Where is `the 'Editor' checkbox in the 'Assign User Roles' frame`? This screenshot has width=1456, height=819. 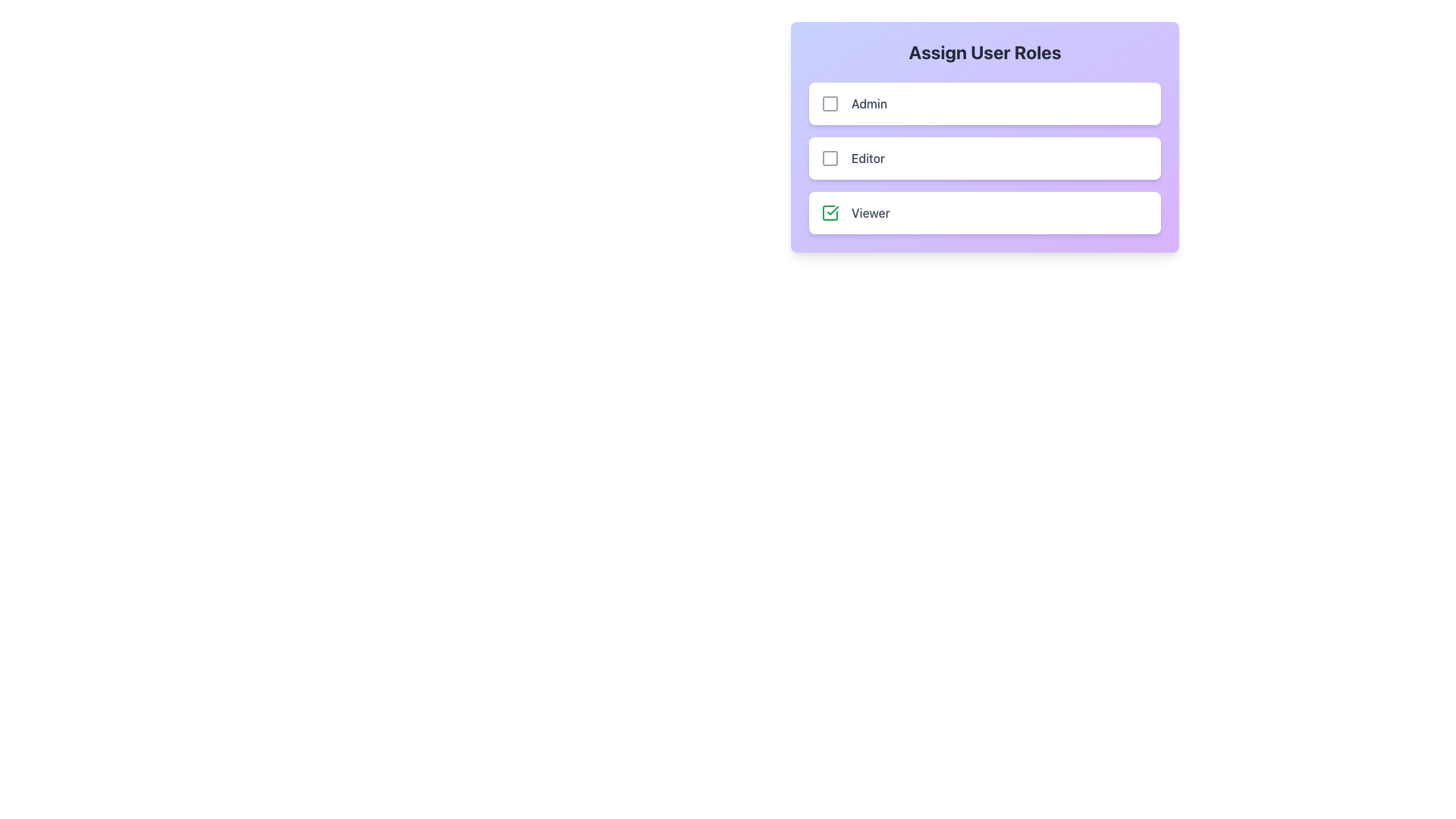
the 'Editor' checkbox in the 'Assign User Roles' frame is located at coordinates (829, 158).